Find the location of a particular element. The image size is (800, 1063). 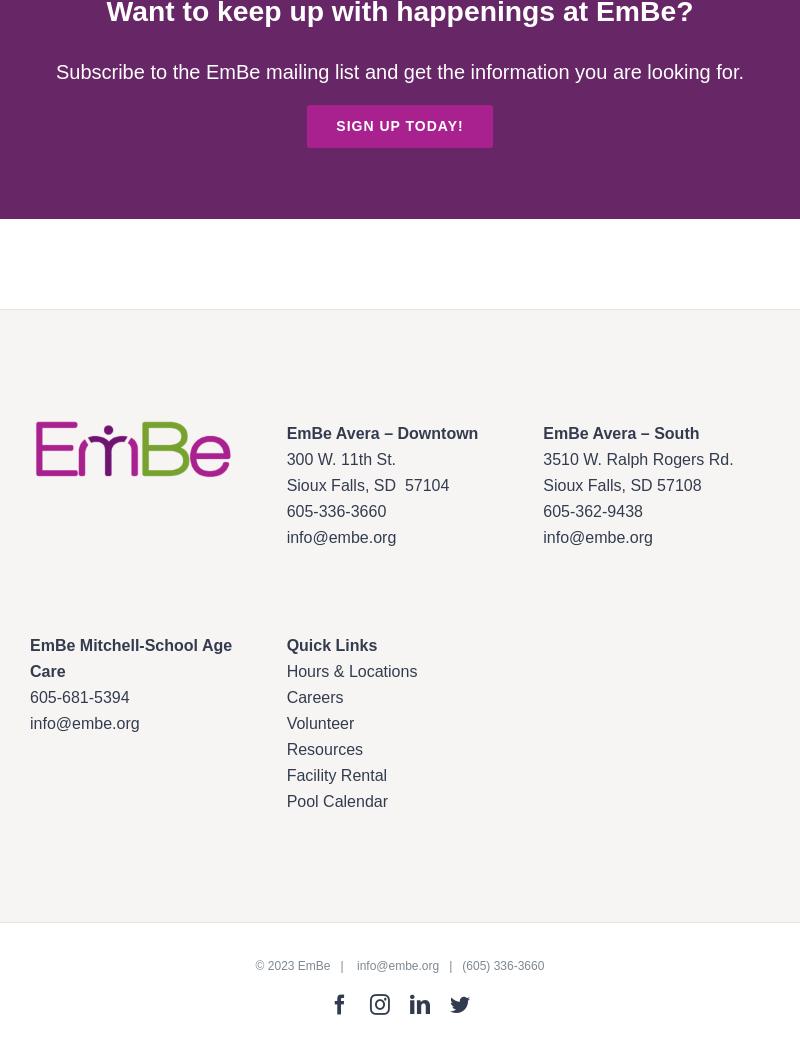

'3510 W. Ralph Rogers Rd.' is located at coordinates (637, 459).